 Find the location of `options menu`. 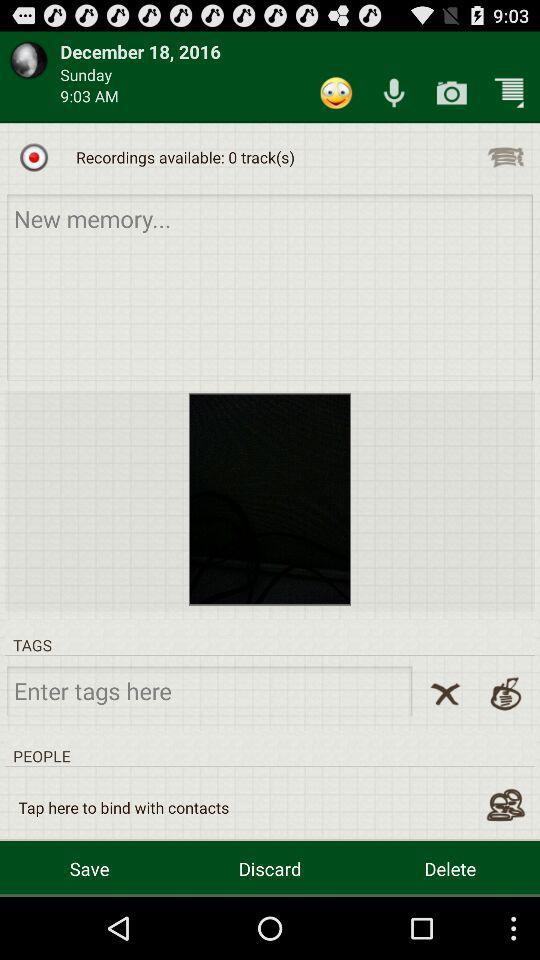

options menu is located at coordinates (504, 156).